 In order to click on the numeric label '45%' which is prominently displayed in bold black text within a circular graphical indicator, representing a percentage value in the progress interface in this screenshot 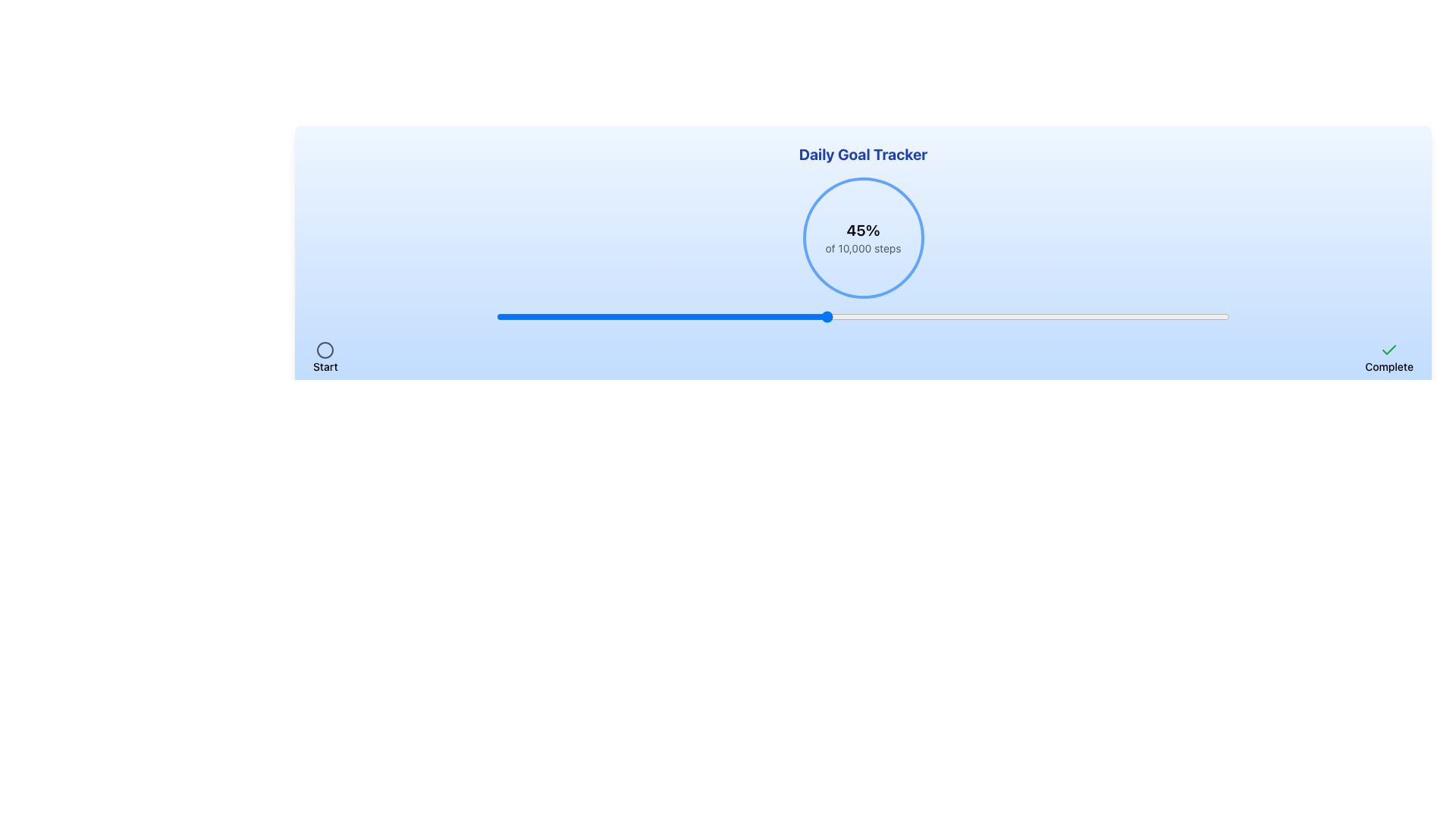, I will do `click(863, 231)`.